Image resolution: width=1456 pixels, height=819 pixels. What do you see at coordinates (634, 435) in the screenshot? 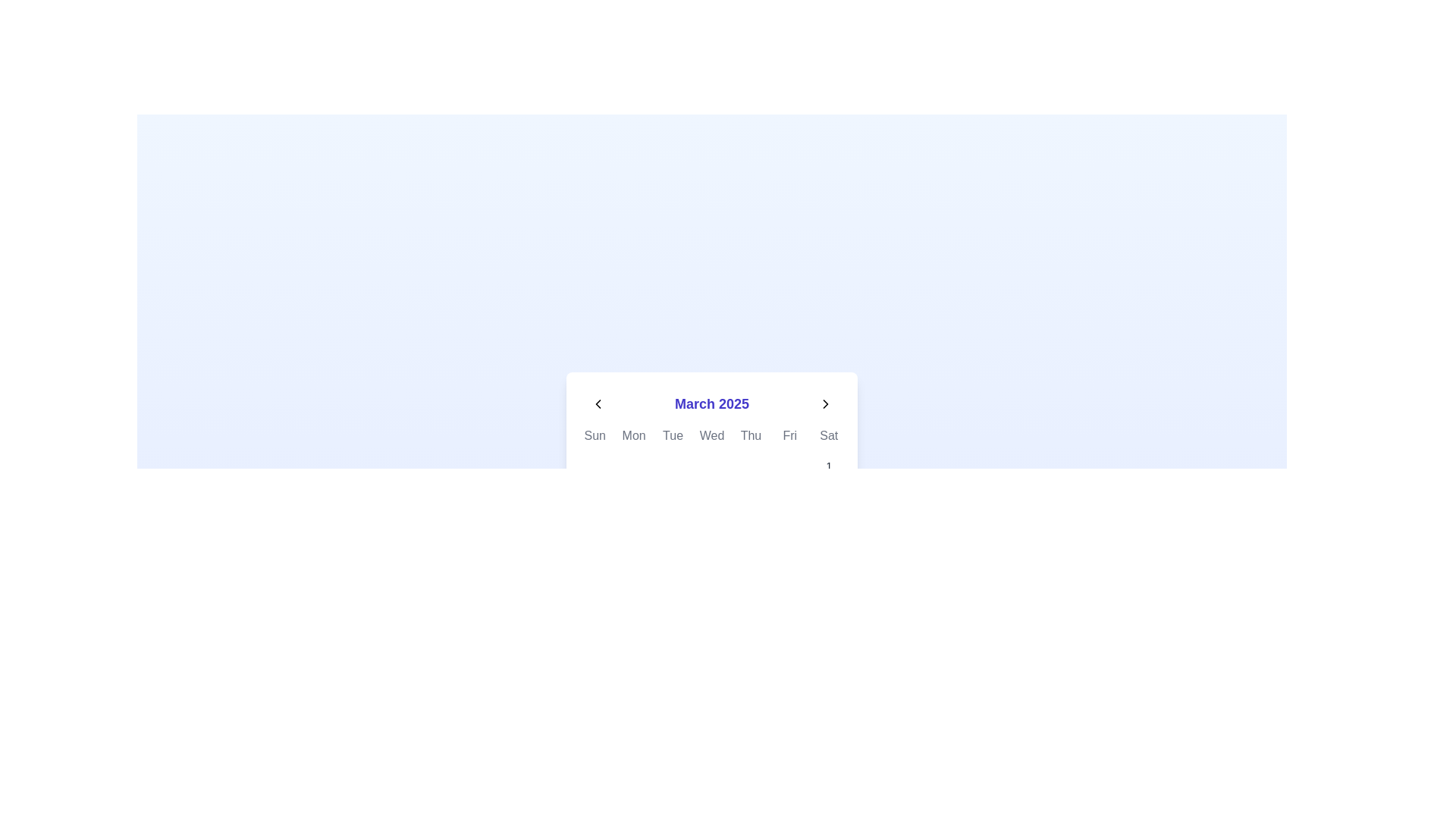
I see `the text label displaying 'Mon', which is the second item in a horizontal row of abbreviated weekday names above the calendar month` at bounding box center [634, 435].